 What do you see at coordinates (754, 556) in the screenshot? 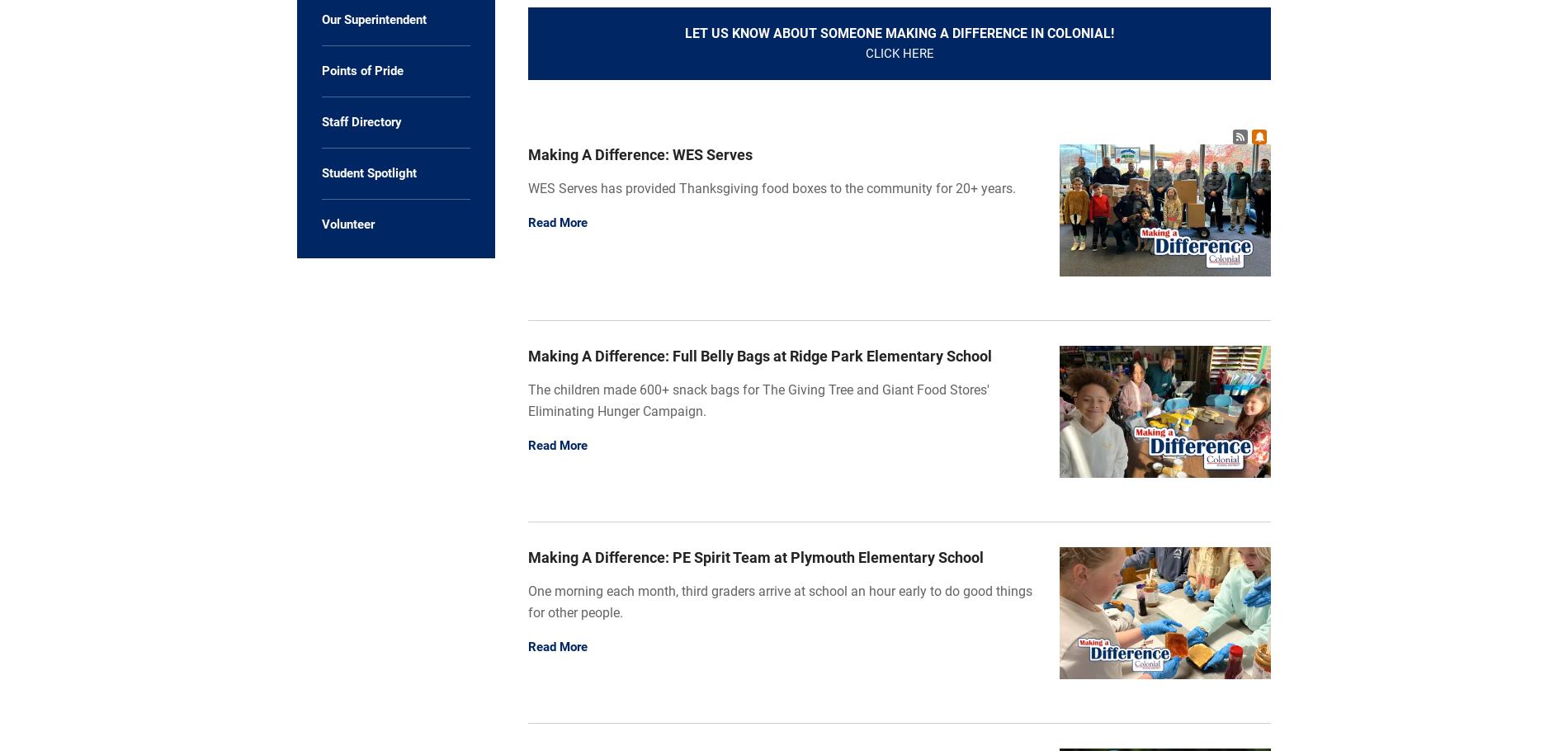
I see `'Making A Difference: PE Spirit Team at Plymouth Elementary School'` at bounding box center [754, 556].